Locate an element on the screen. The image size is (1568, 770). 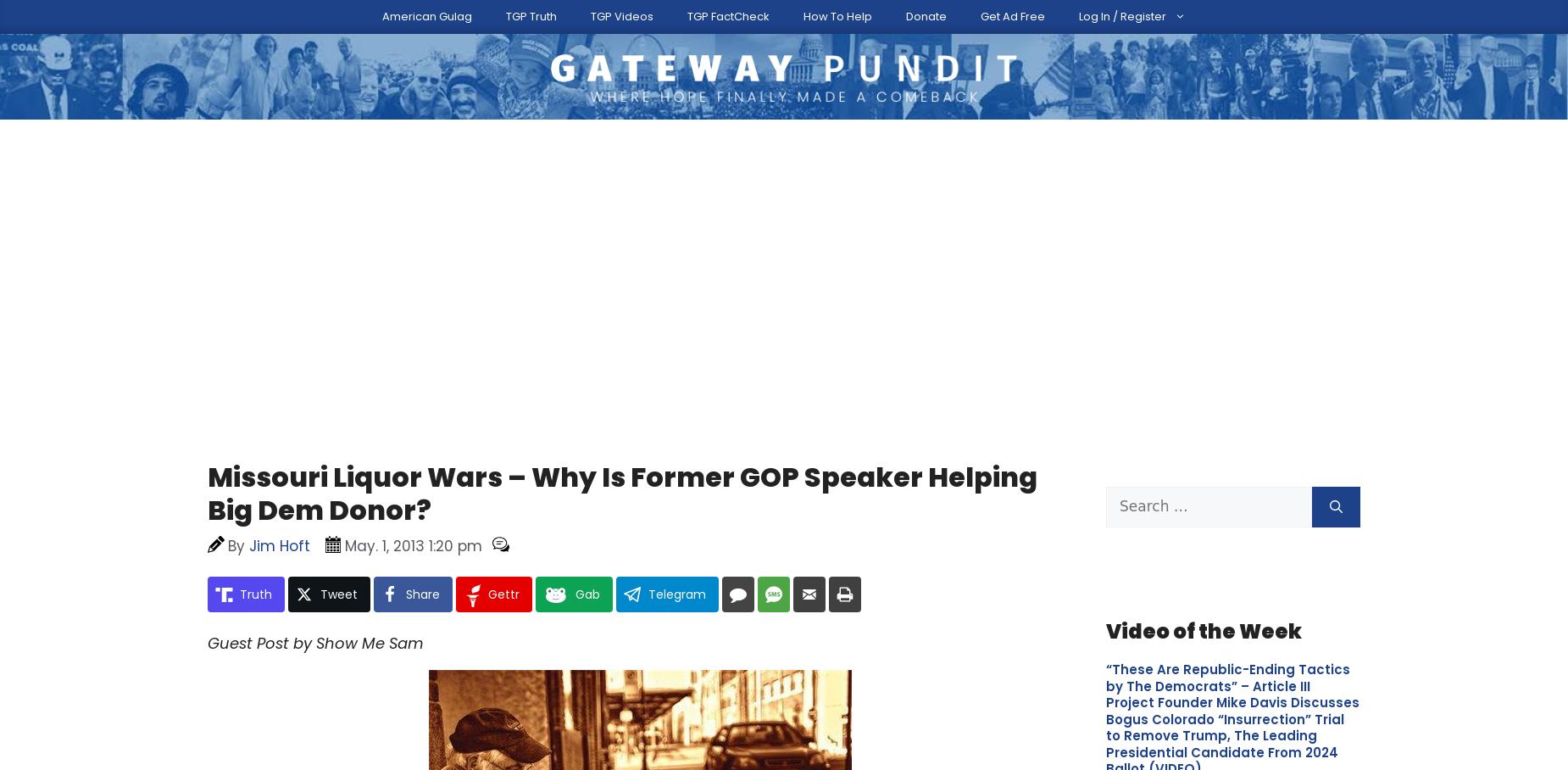
'Since many asked for it, we now have a way for you to support The Gateway Pundit directly - and get ad-reduced access.' is located at coordinates (687, 534).